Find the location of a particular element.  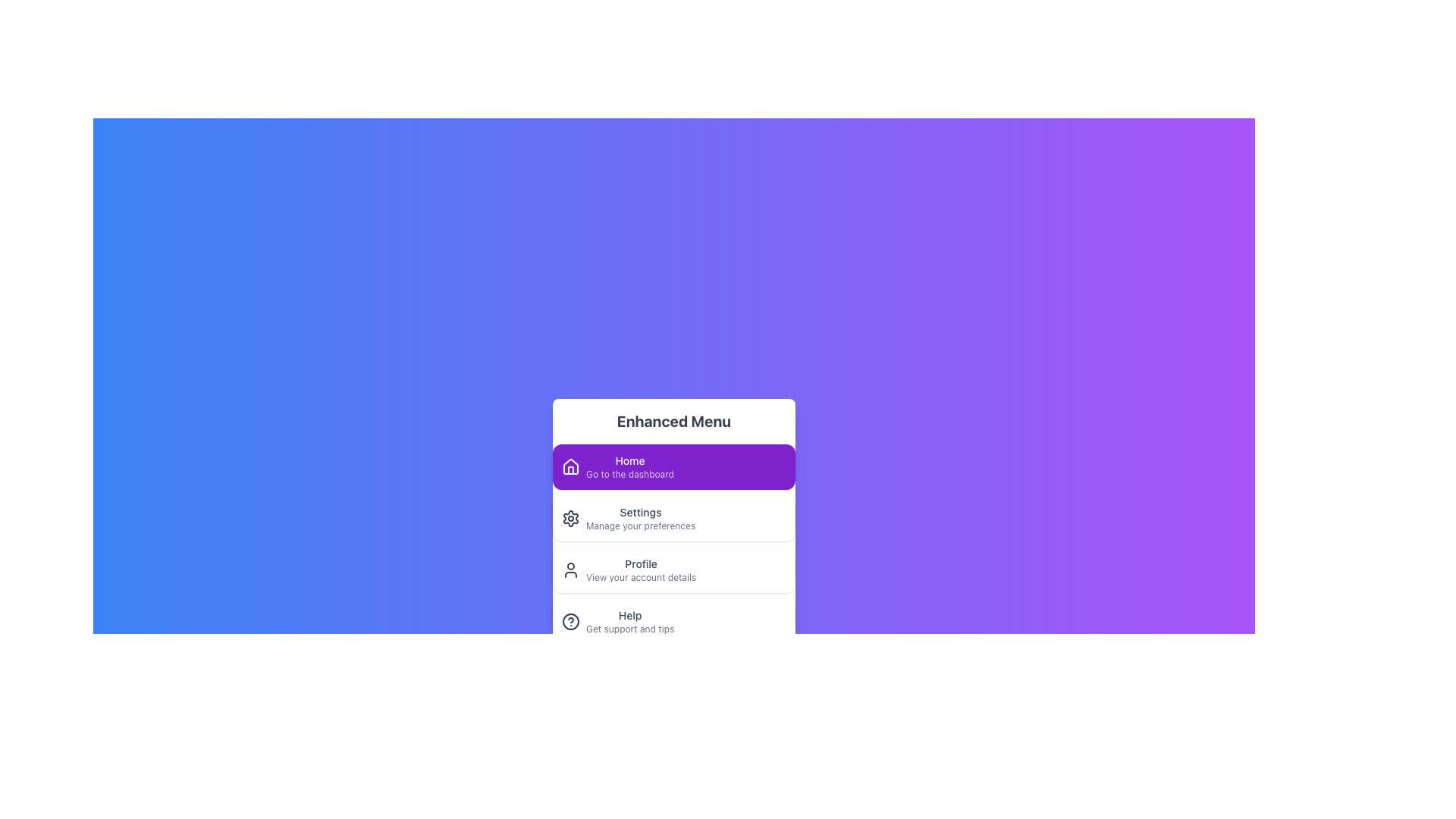

the 'Help' text label, which serves as the title for the adjacent menu item providing help and additional support or tips is located at coordinates (630, 616).